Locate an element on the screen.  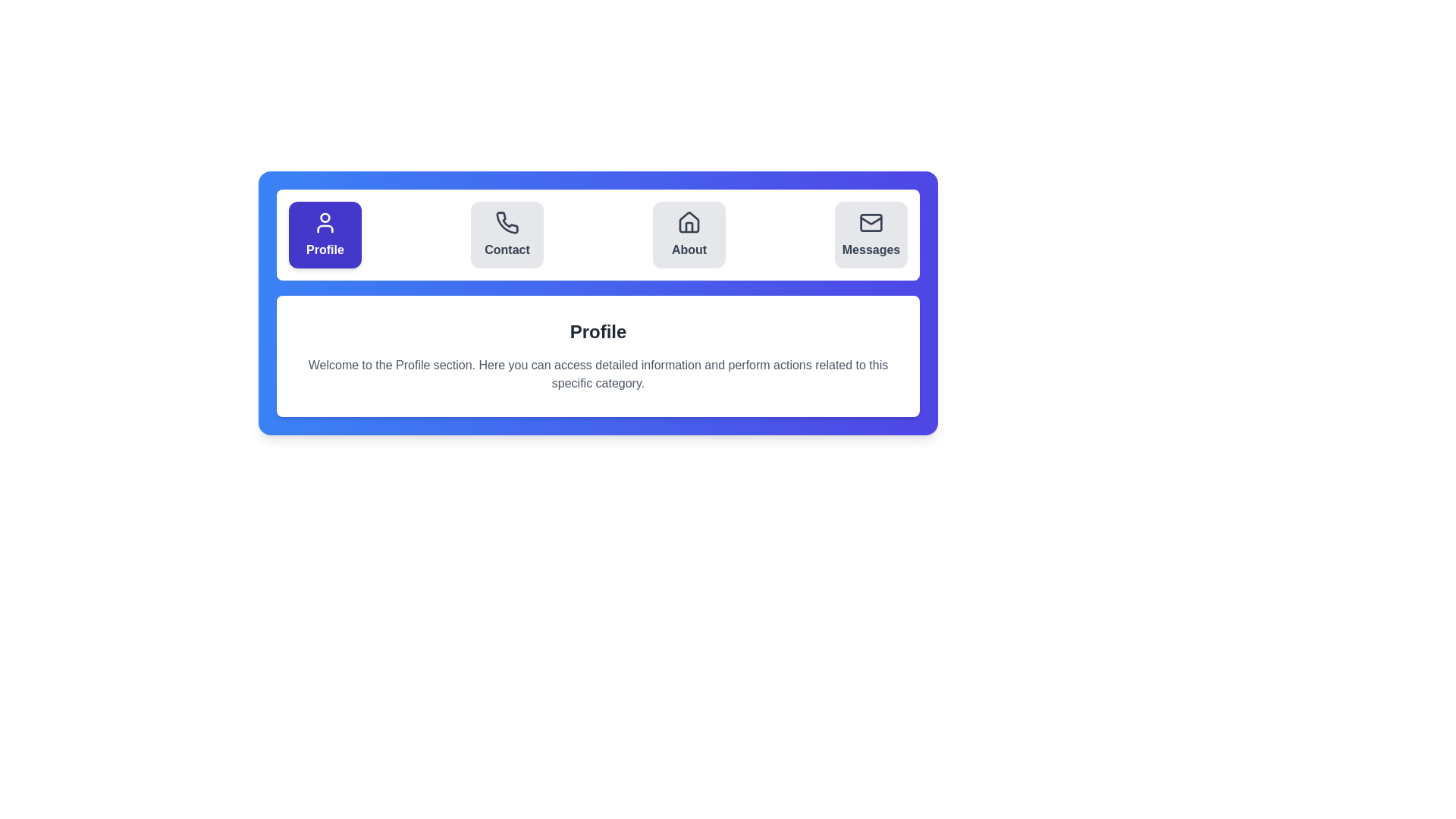
the Profile tab by clicking its button is located at coordinates (324, 234).